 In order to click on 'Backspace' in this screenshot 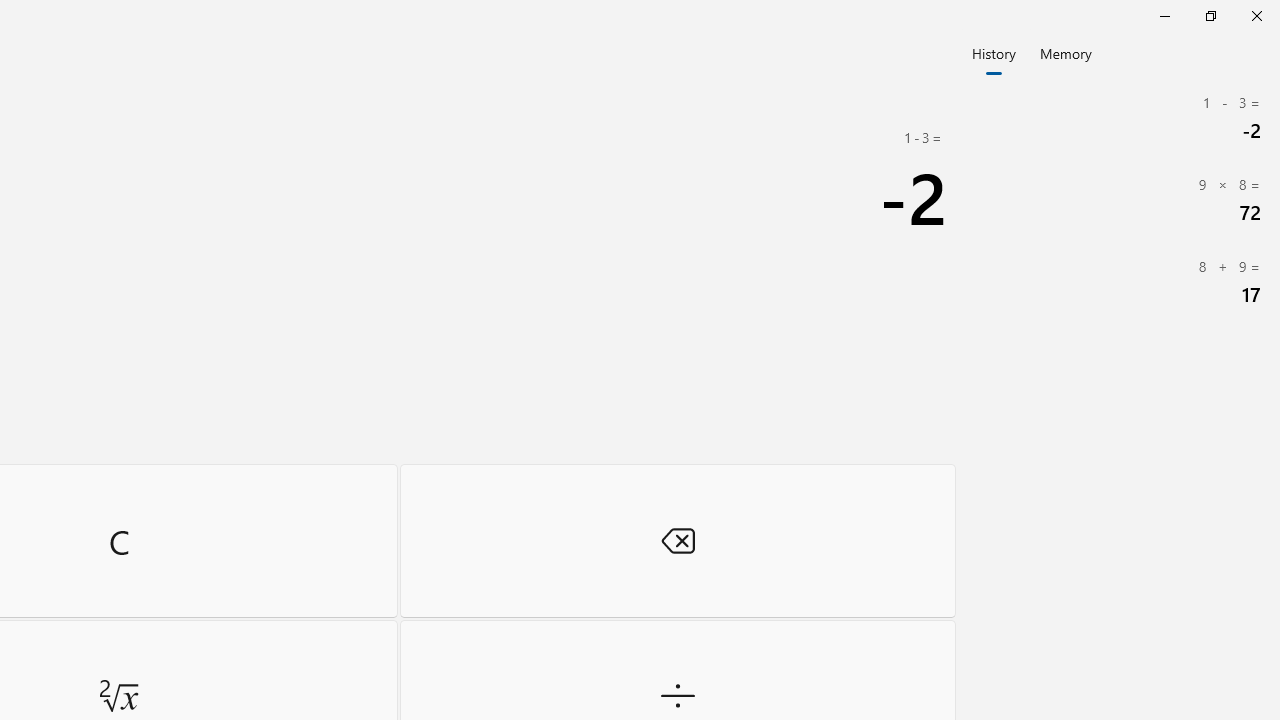, I will do `click(677, 540)`.